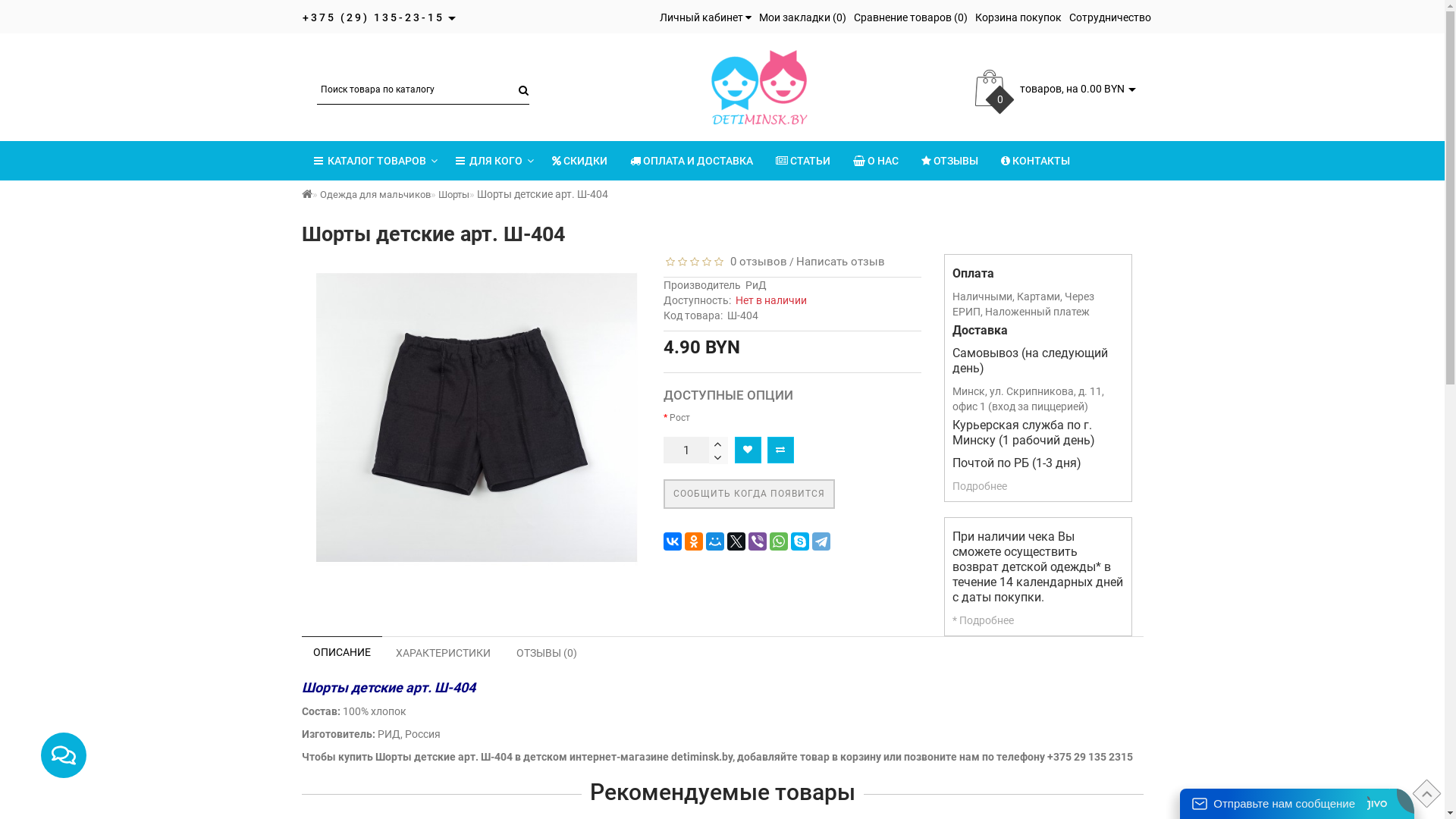 This screenshot has height=819, width=1456. I want to click on 'Twitter', so click(736, 540).